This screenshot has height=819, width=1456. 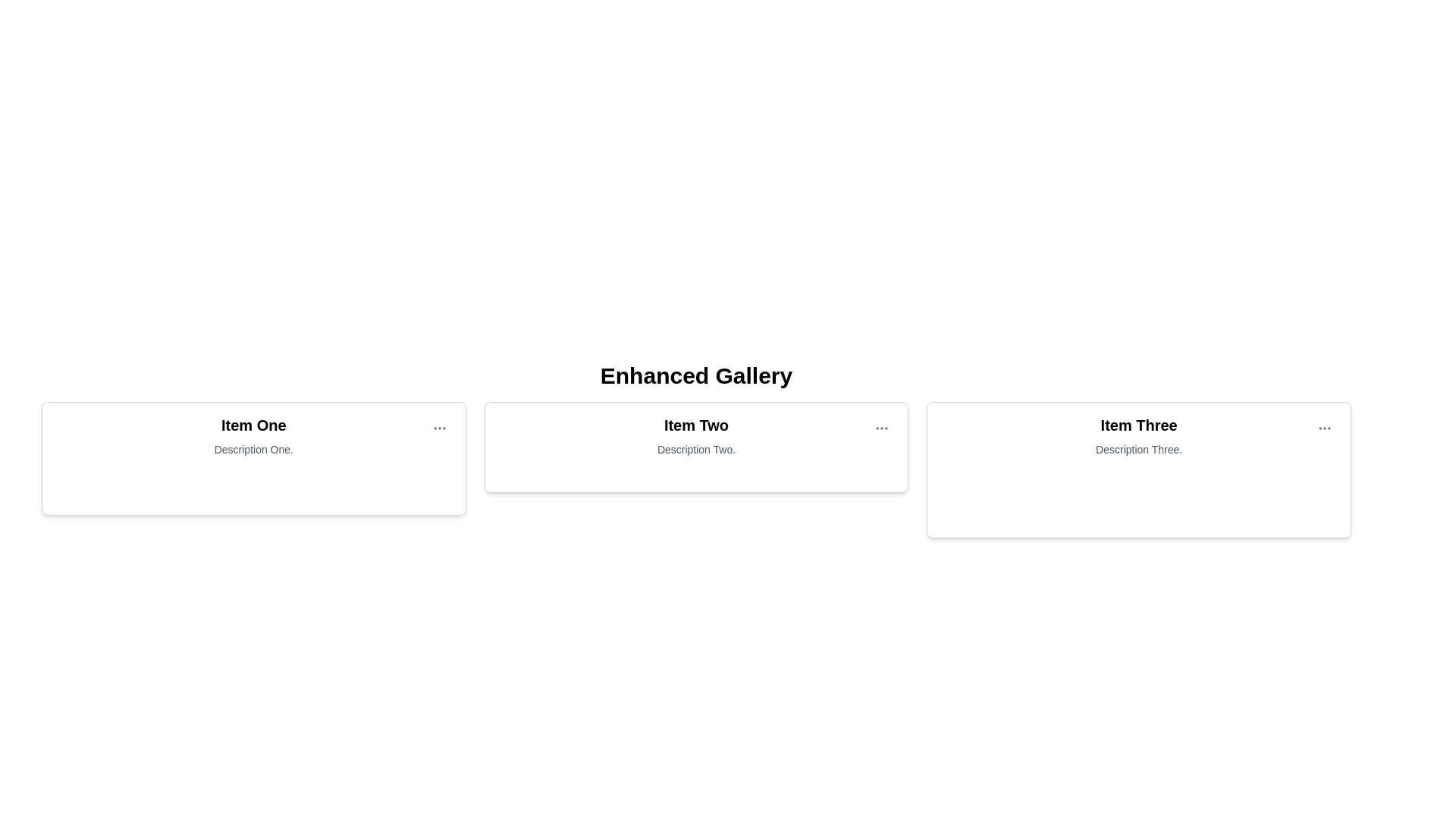 I want to click on the small button with an ellipsis icon located in the top-right corner of the 'Item Two' card by moving the cursor over it, so click(x=882, y=428).